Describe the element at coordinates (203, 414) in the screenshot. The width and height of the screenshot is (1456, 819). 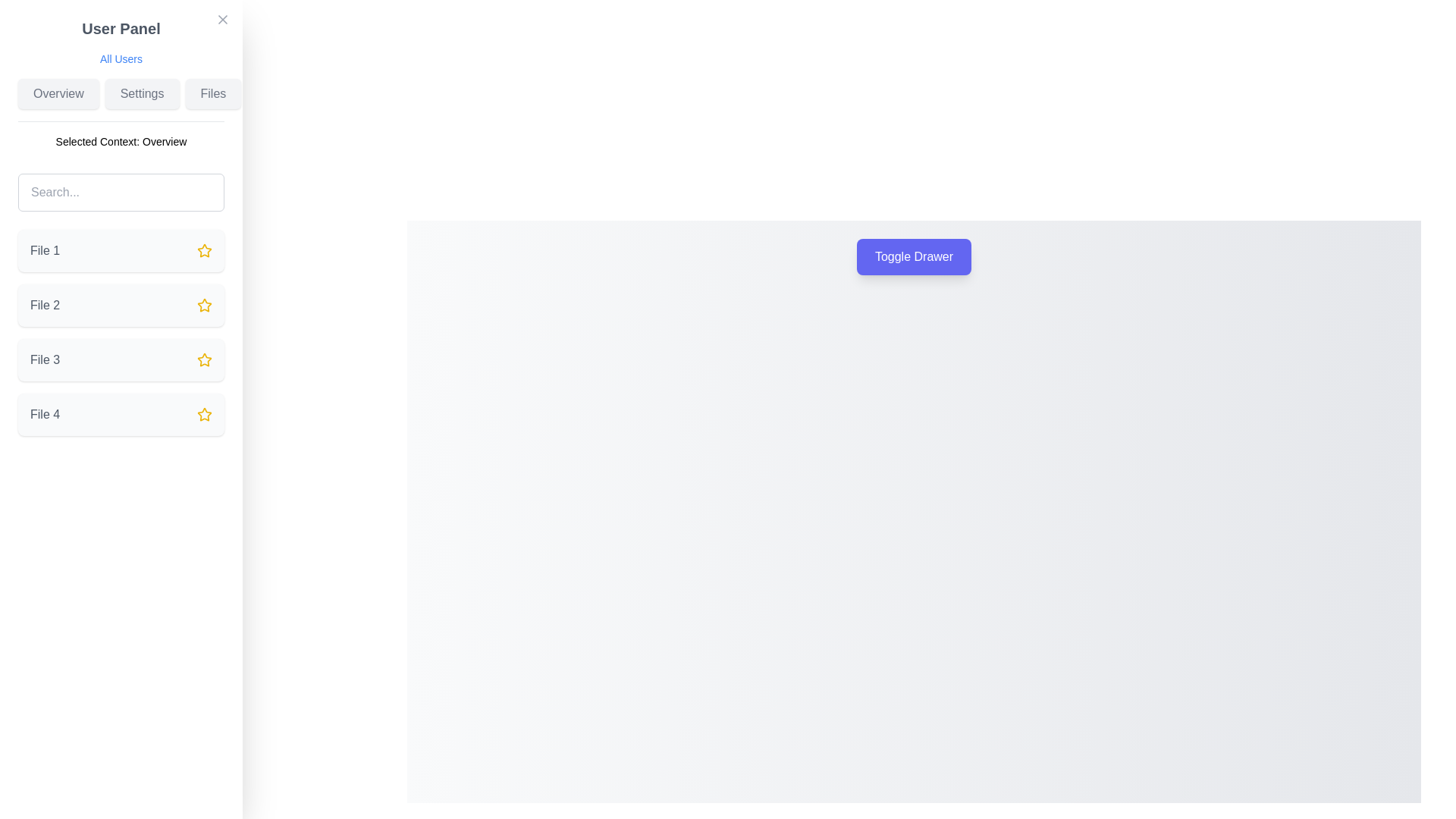
I see `the yellow star icon with a transparent center located in the fourth row of the 'Files' section on the sidebar` at that location.